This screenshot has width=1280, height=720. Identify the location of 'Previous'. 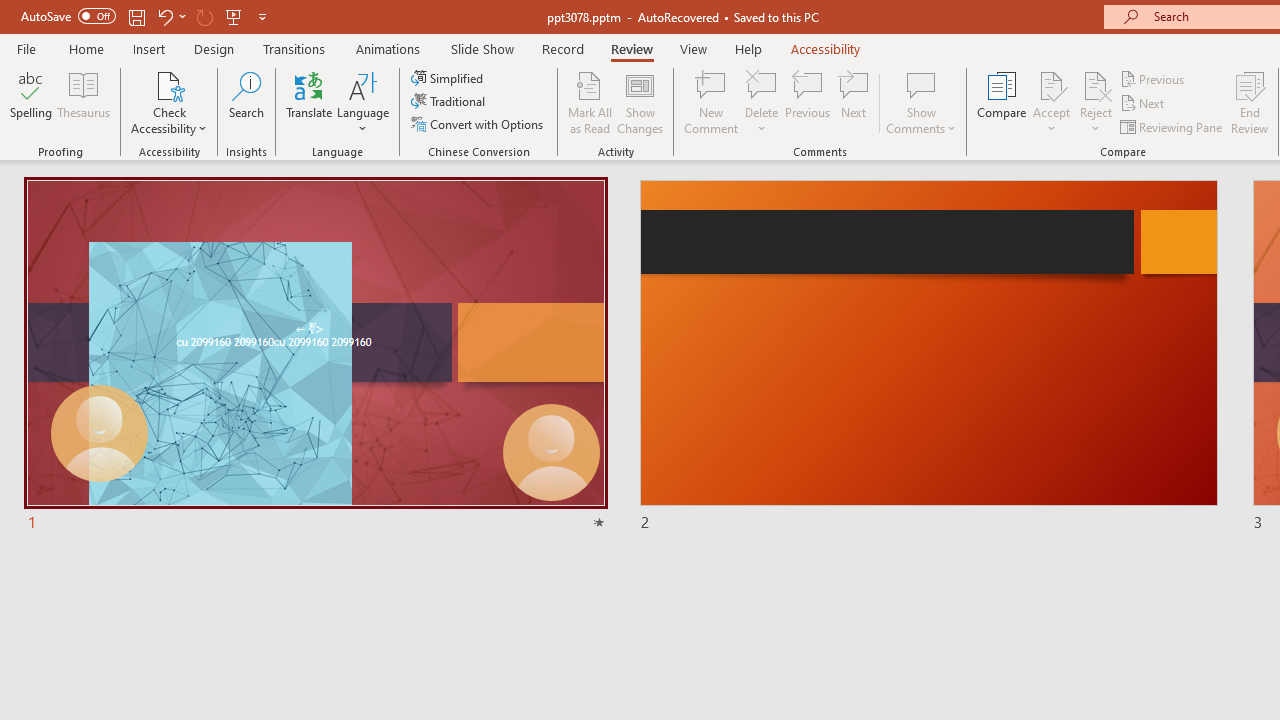
(1153, 78).